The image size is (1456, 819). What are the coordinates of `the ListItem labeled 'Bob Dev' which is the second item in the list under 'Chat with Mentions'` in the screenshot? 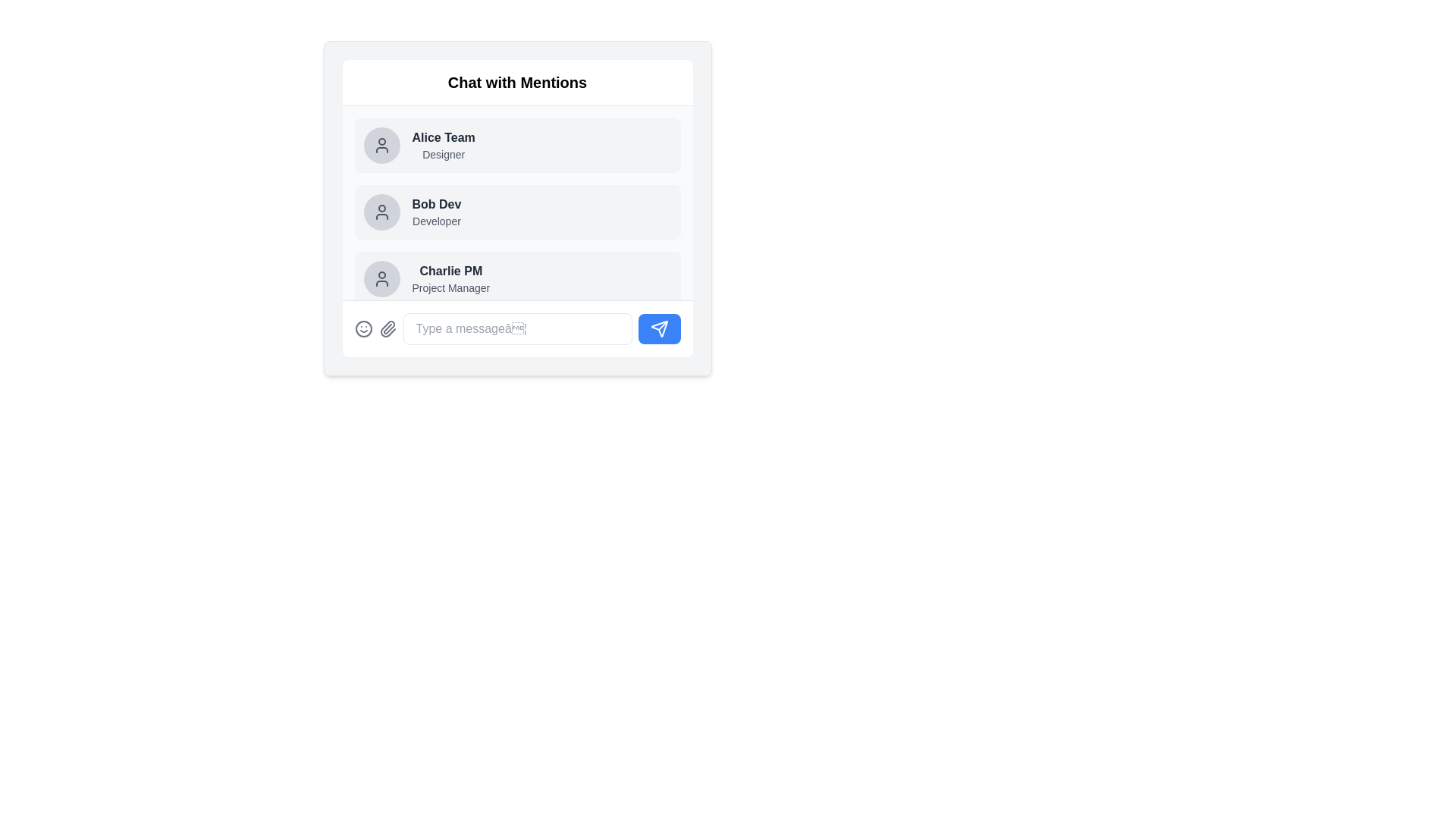 It's located at (517, 208).